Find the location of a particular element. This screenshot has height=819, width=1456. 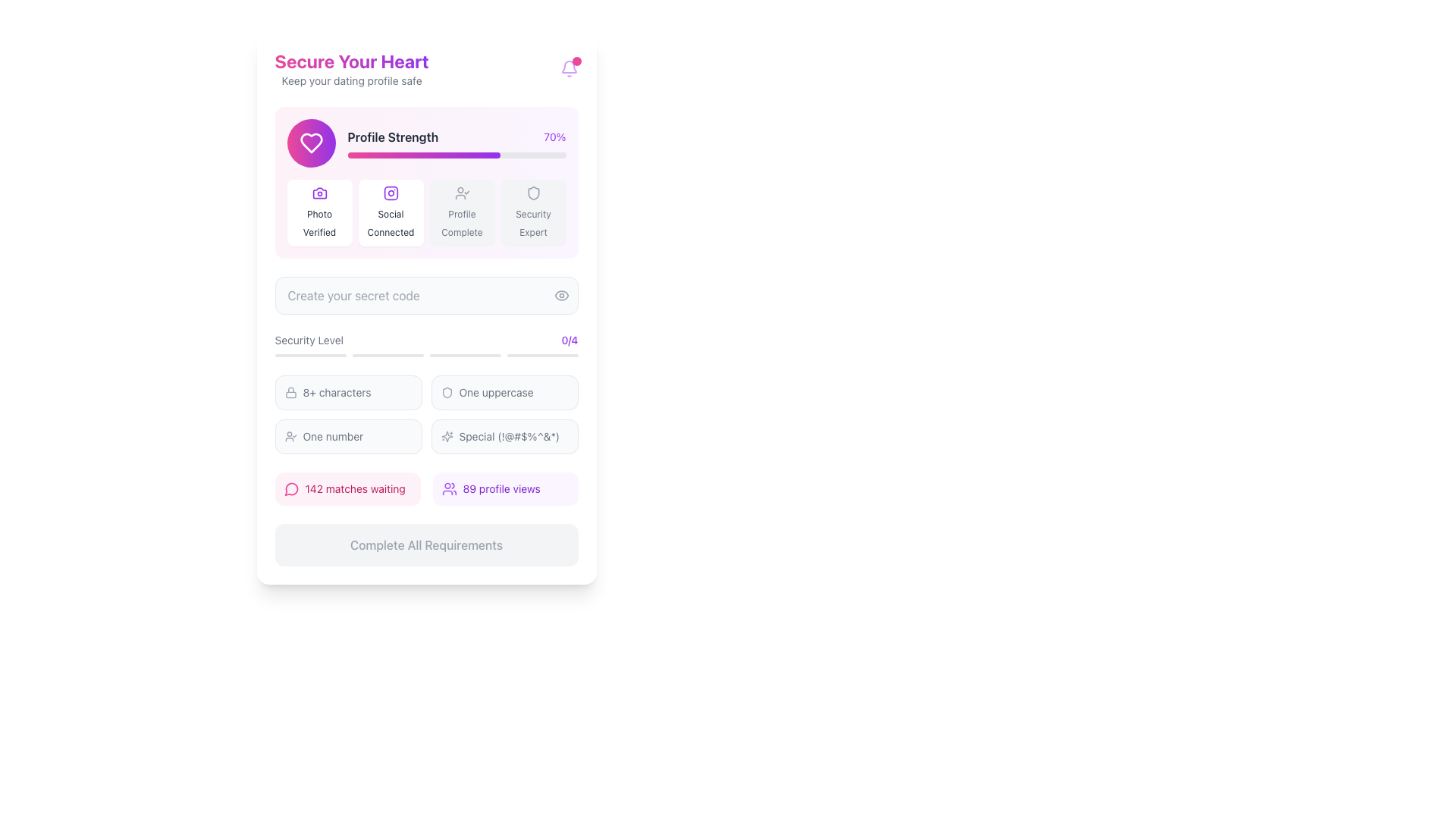

the gray shield icon that is part of the 'Security Expert' section, located in the rightmost position of the profile strength features row is located at coordinates (533, 192).